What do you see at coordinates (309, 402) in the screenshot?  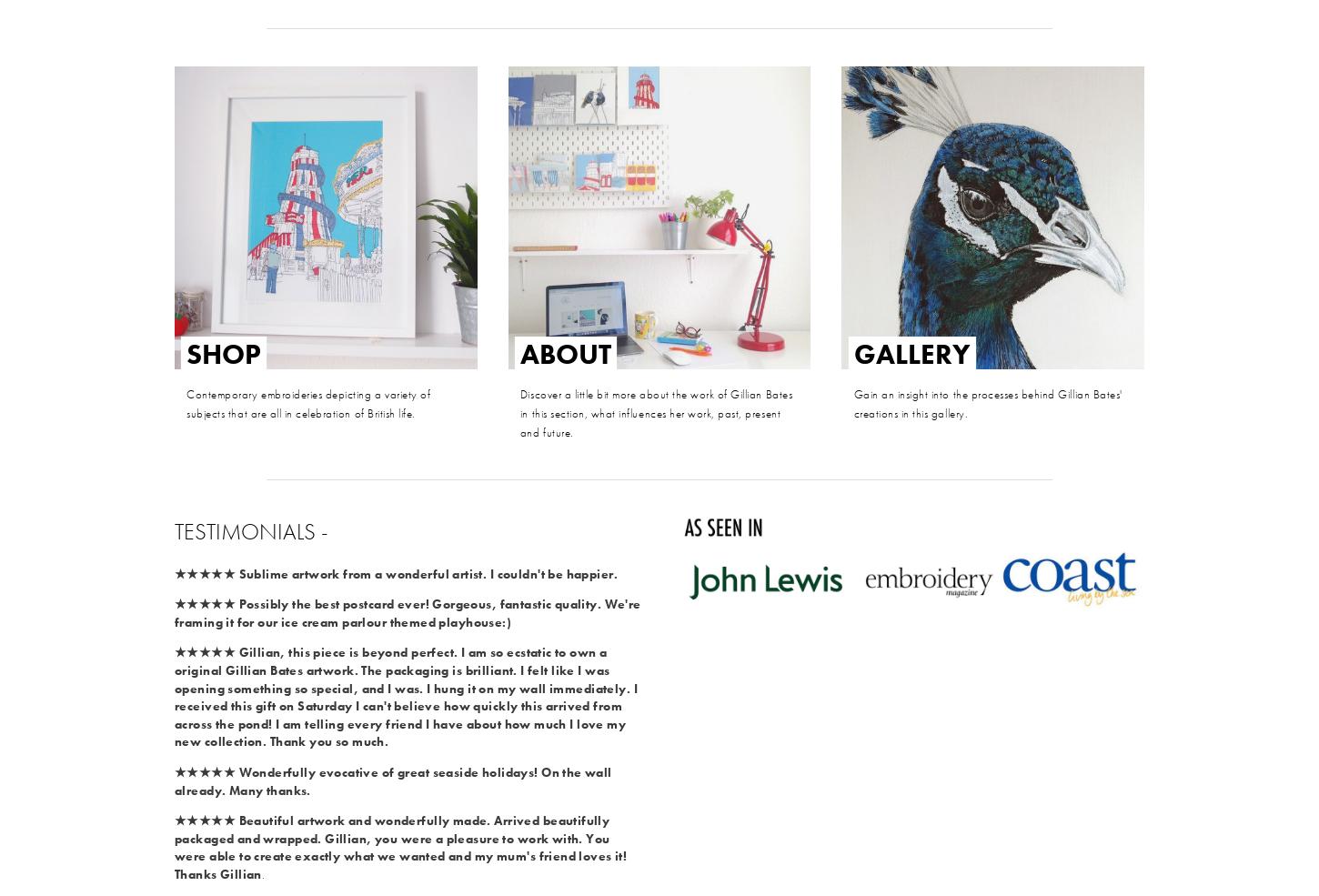 I see `'Contemporary embroideries depicting a variety of subjects that are all in celebration of British life.'` at bounding box center [309, 402].